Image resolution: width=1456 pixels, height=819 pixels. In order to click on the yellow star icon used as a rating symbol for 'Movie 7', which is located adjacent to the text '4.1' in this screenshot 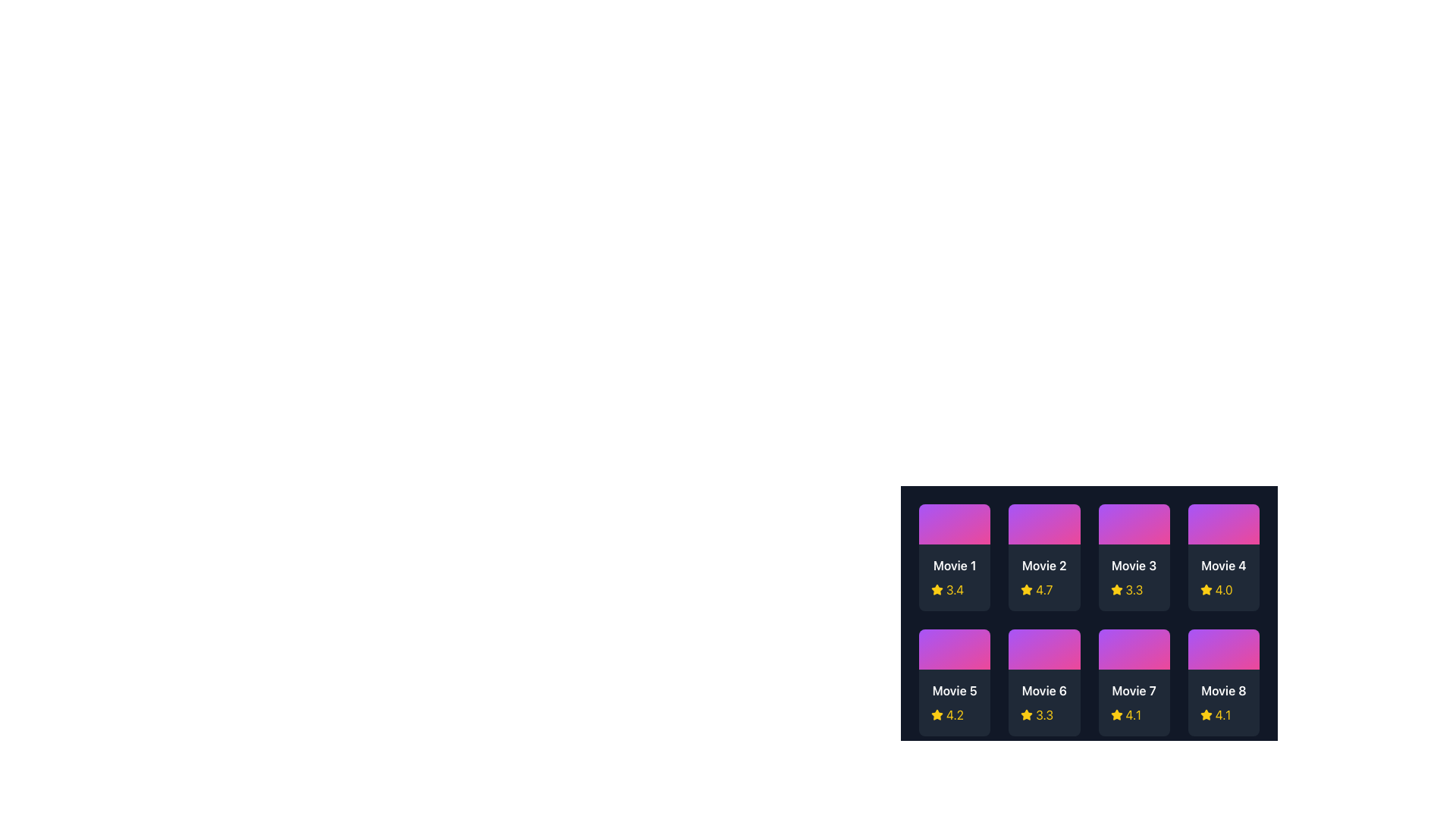, I will do `click(1116, 715)`.